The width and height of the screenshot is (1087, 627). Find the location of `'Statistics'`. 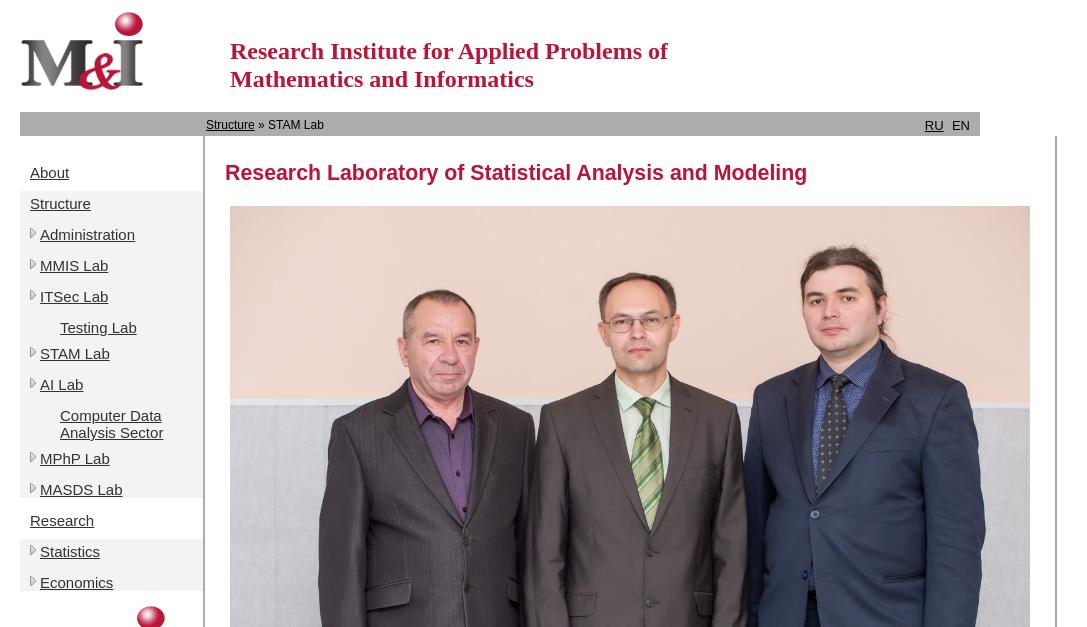

'Statistics' is located at coordinates (70, 551).